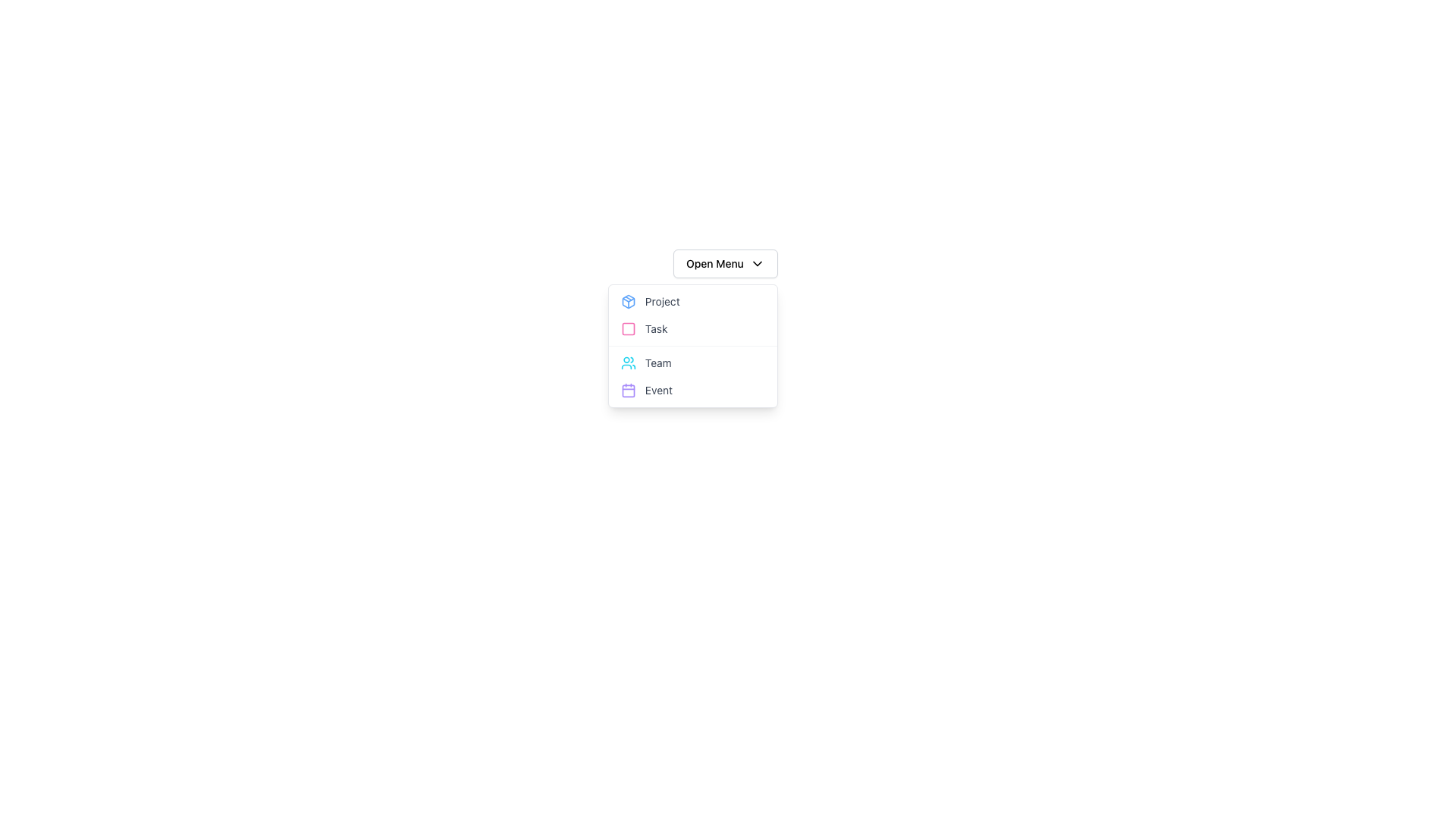  Describe the element at coordinates (628, 301) in the screenshot. I see `the 'Project' icon located to the left of the 'Project' text in the menu dropdown, specifically in the first item of the menu list` at that location.